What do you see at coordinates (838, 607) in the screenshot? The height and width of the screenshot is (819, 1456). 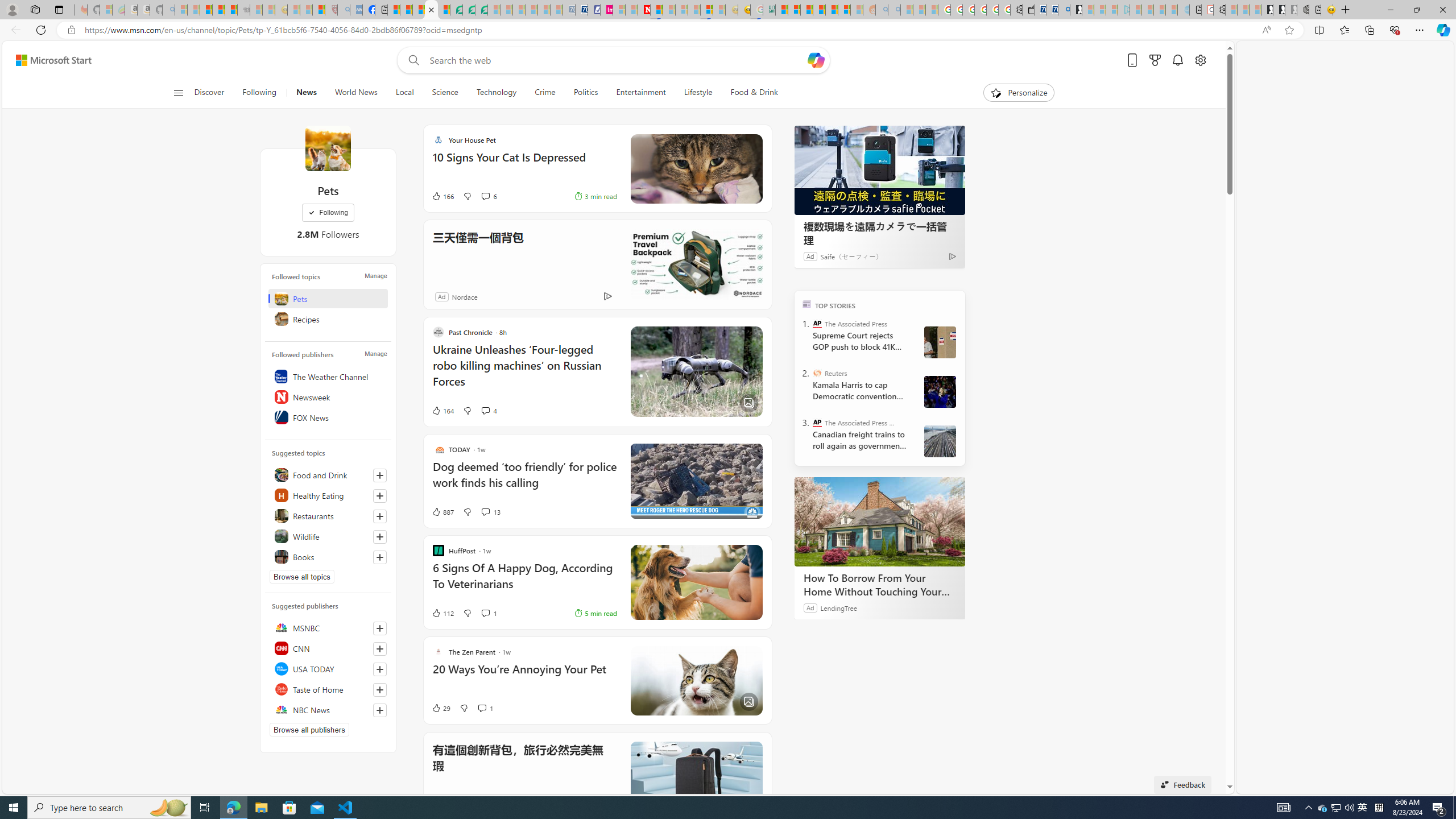 I see `'LendingTree'` at bounding box center [838, 607].